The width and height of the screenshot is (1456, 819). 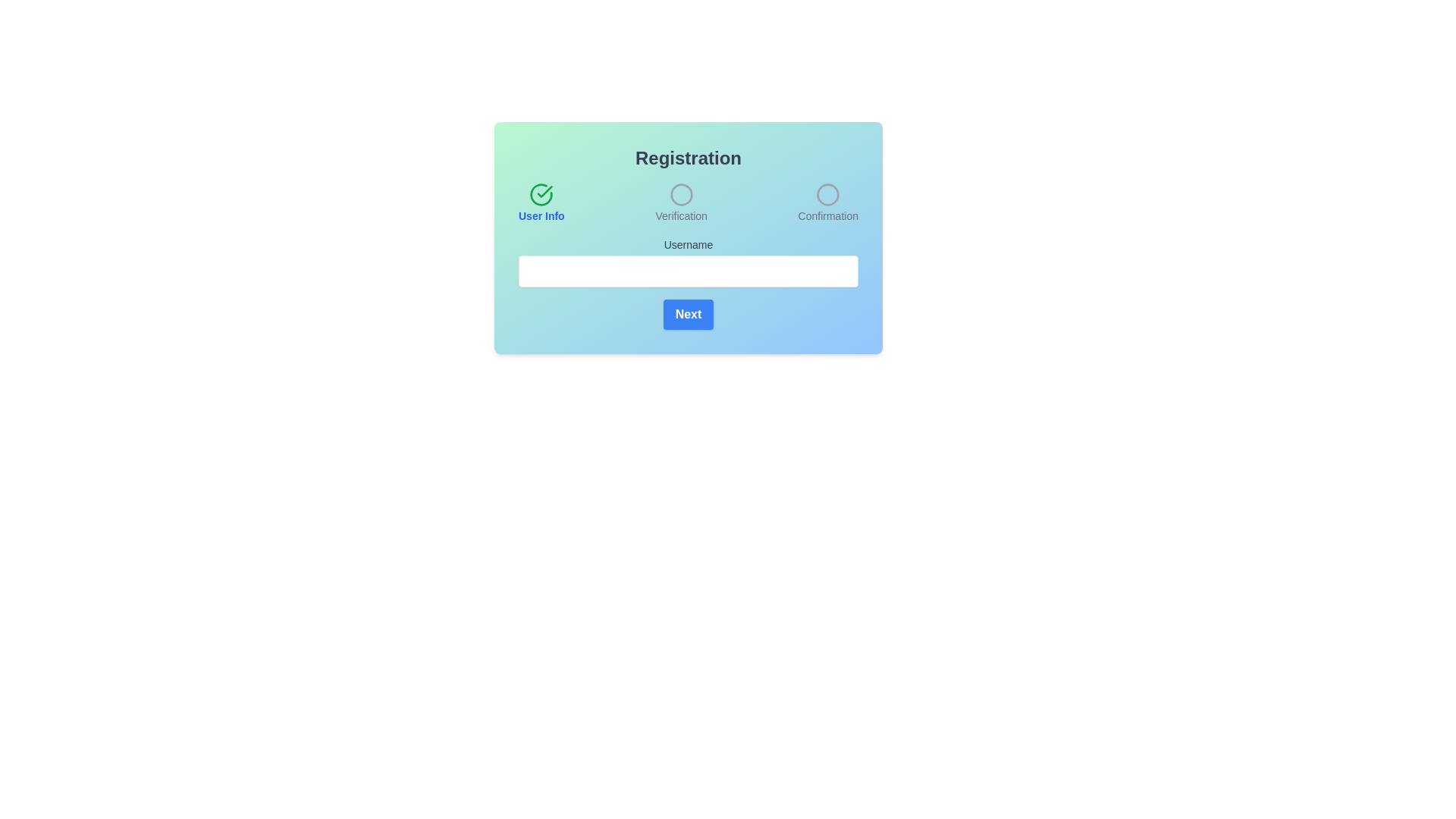 I want to click on the 'Verification' stage indicator in the registration process, which is centrally located in the progress bar, between 'User Info' and 'Confirmation', so click(x=687, y=203).